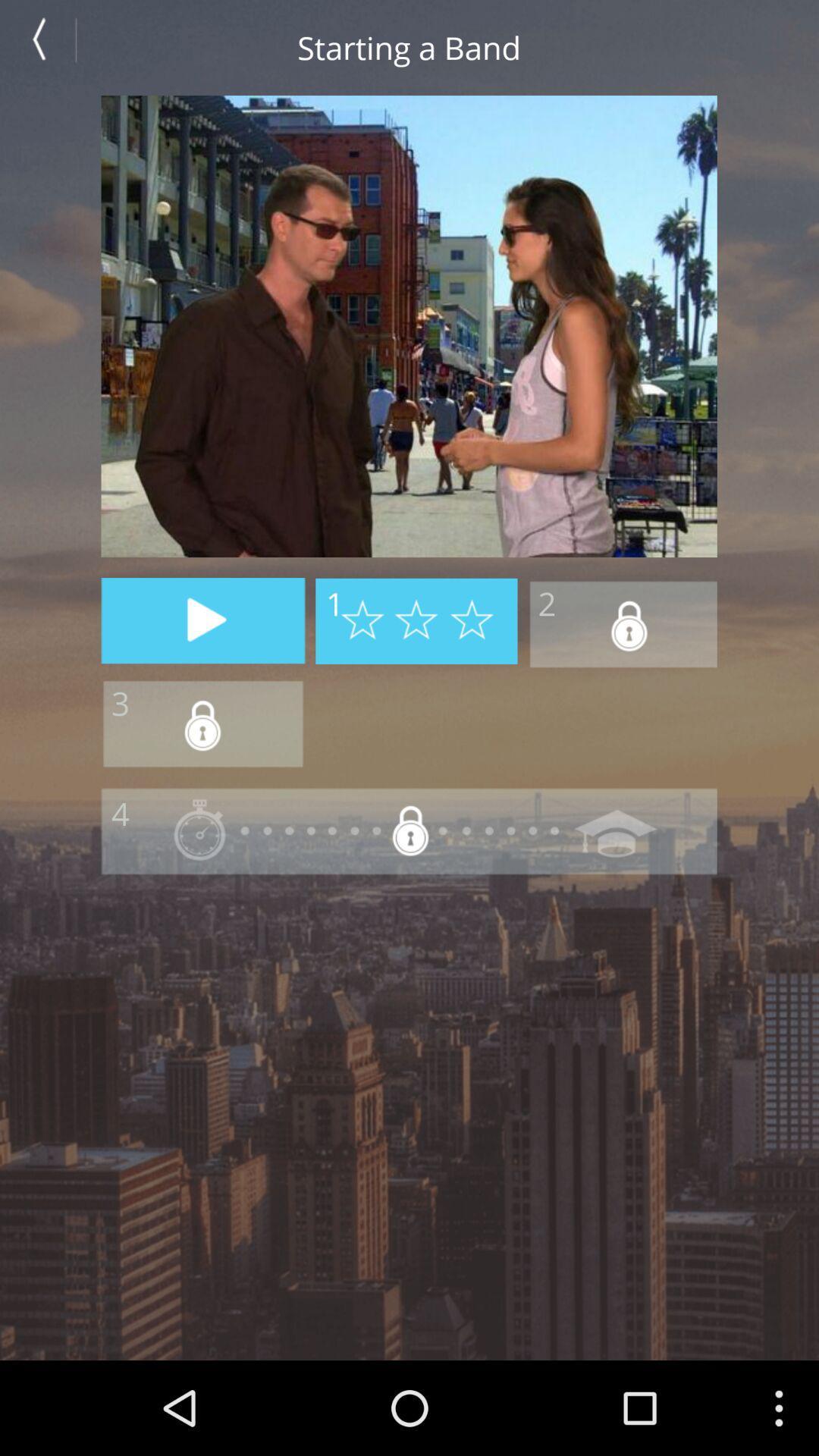 This screenshot has width=819, height=1456. Describe the element at coordinates (202, 620) in the screenshot. I see `button` at that location.